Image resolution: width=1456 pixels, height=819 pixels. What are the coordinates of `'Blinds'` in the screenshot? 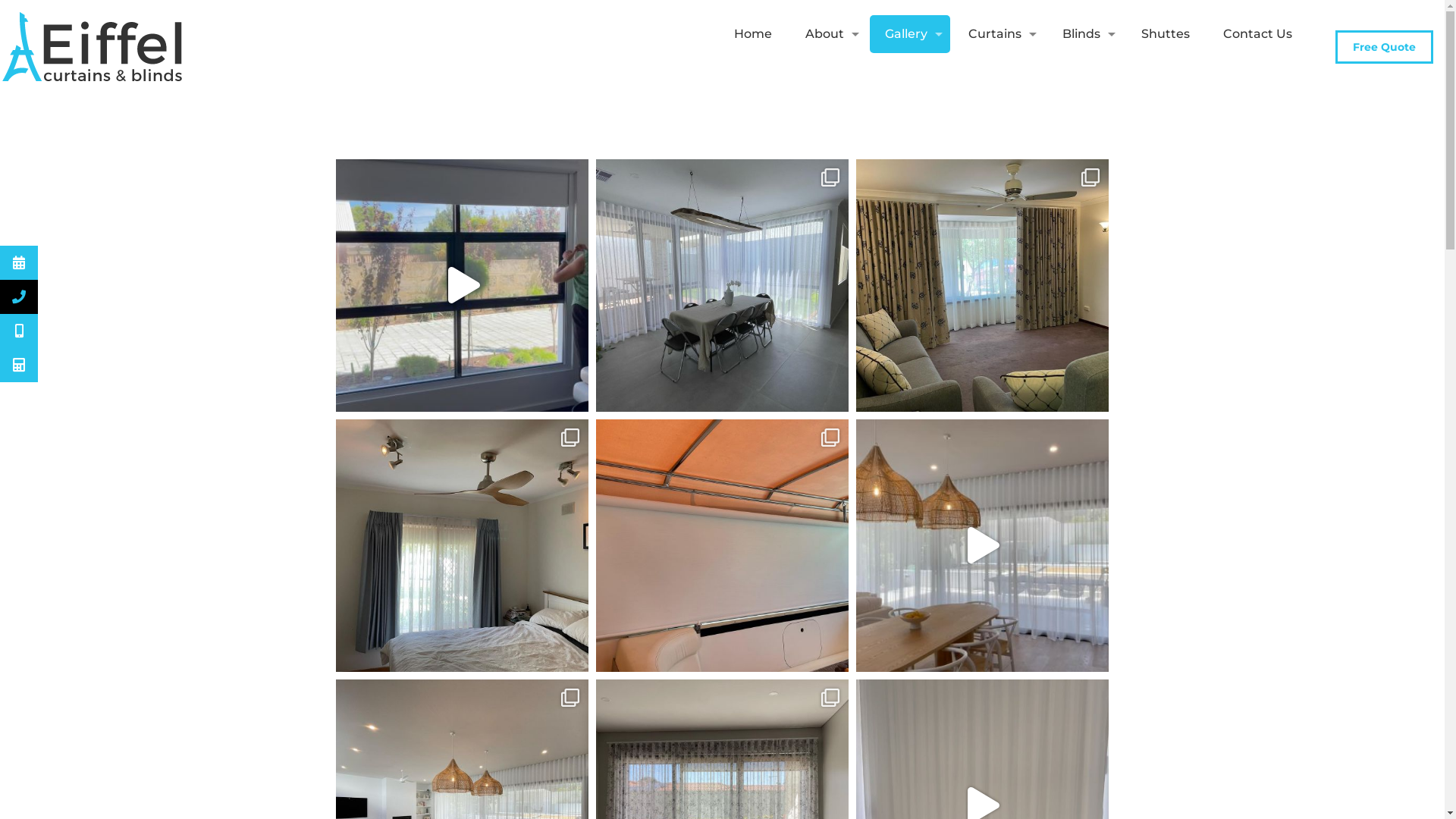 It's located at (1084, 34).